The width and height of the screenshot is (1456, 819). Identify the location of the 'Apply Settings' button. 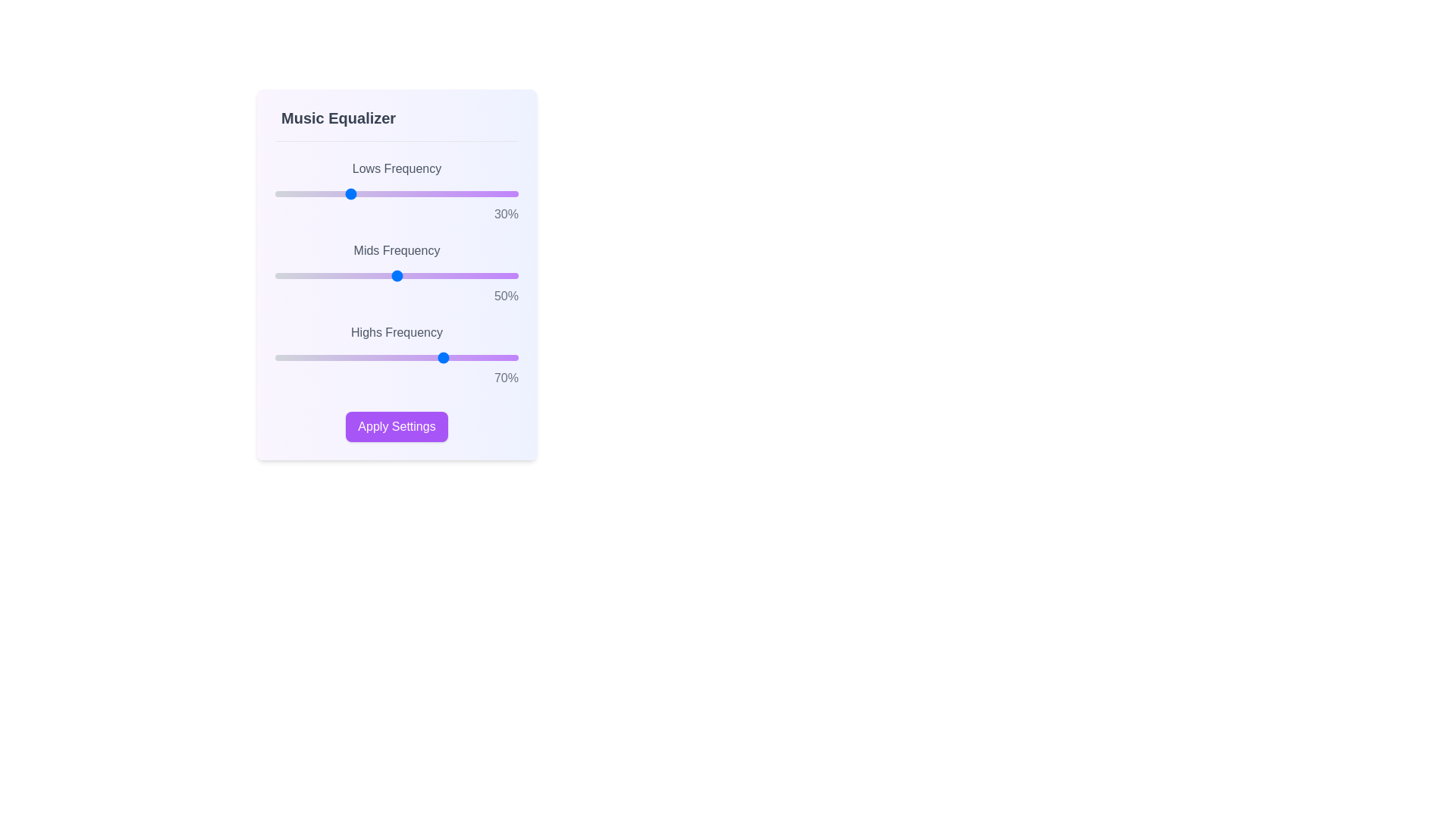
(397, 427).